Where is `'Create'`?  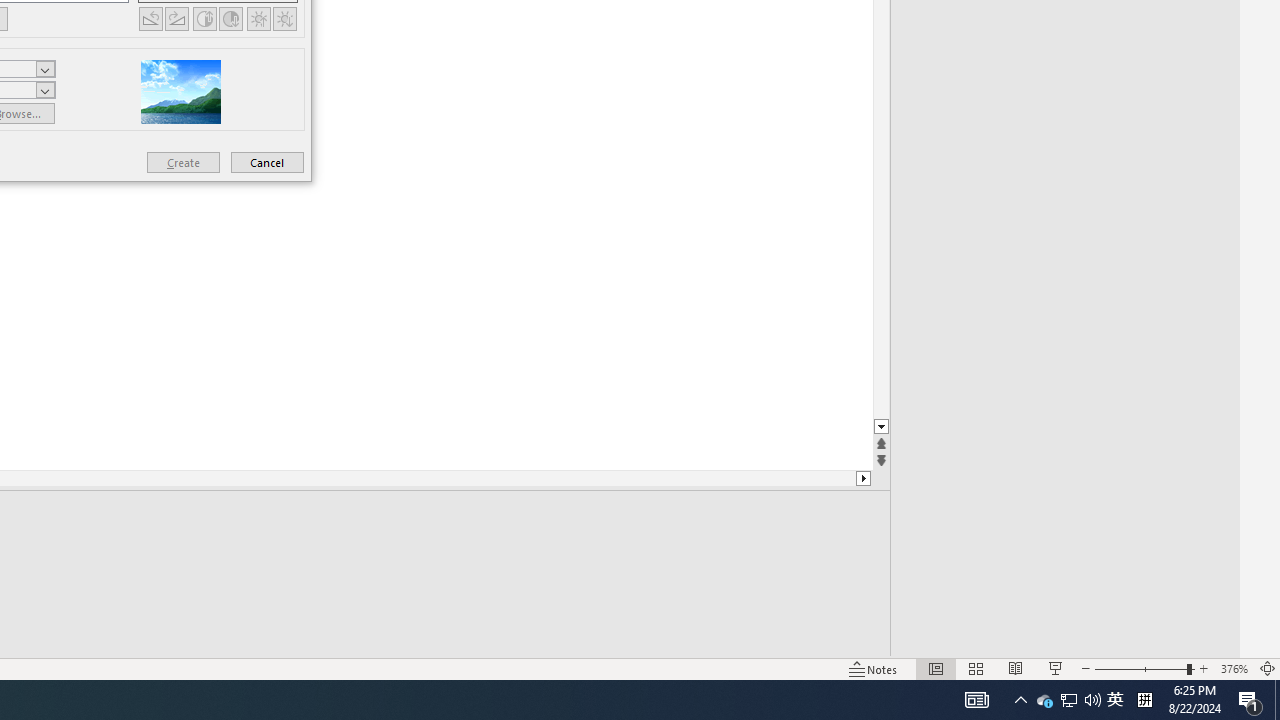
'Create' is located at coordinates (183, 161).